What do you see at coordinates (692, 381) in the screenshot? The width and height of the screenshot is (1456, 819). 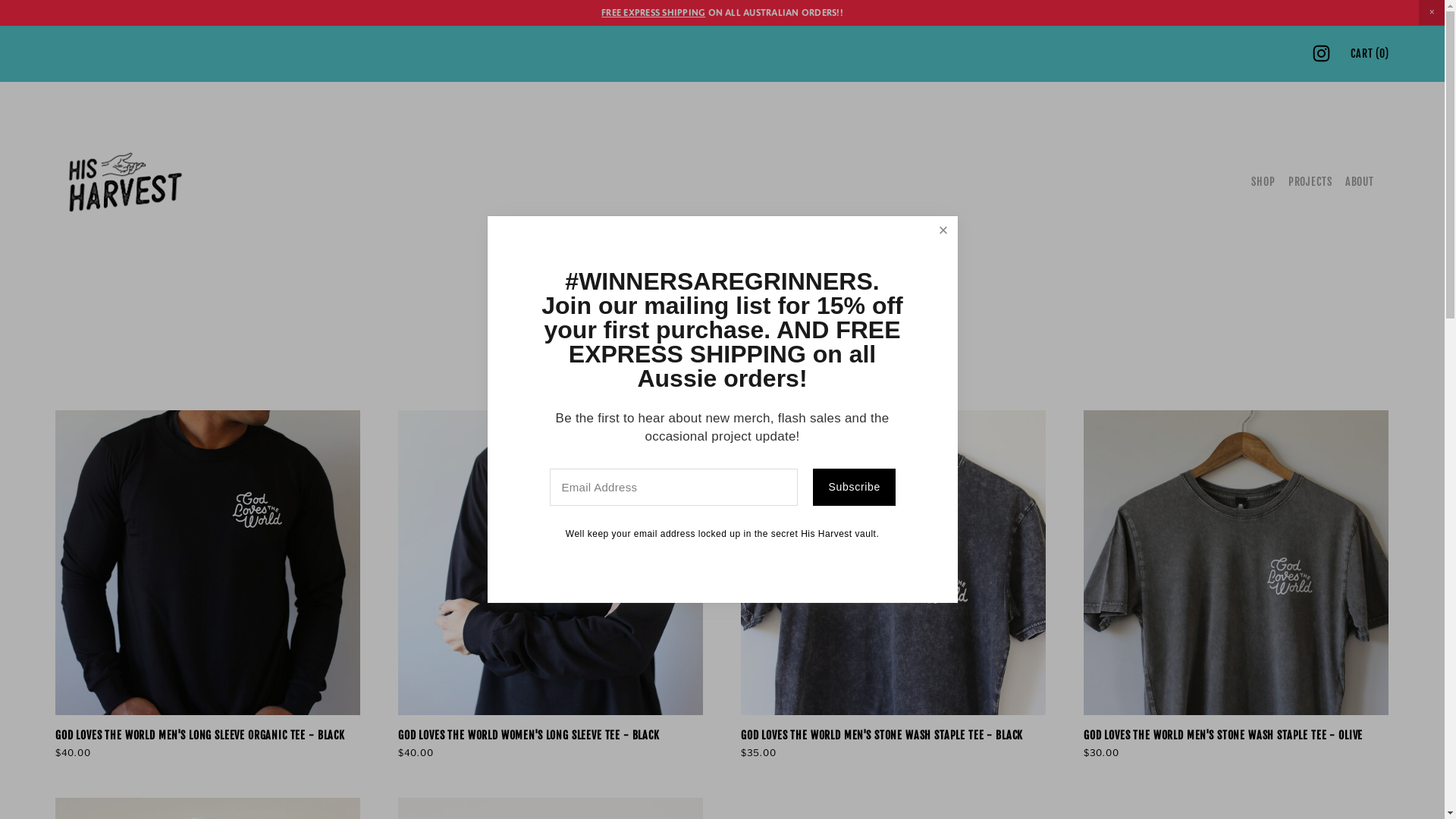 I see `'ALL'` at bounding box center [692, 381].